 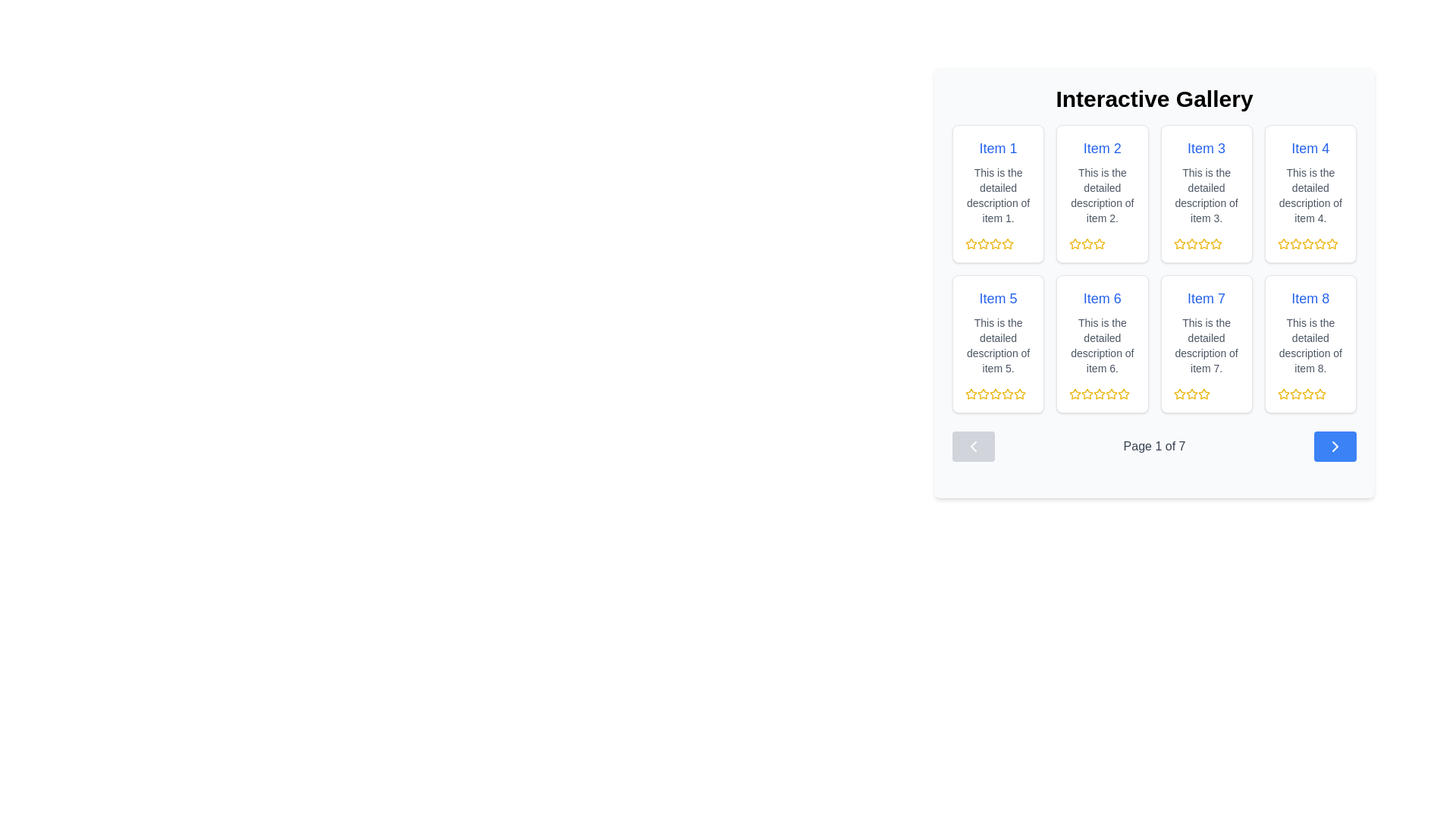 I want to click on the second star icon in the rating component under 'Item 6', so click(x=1100, y=393).